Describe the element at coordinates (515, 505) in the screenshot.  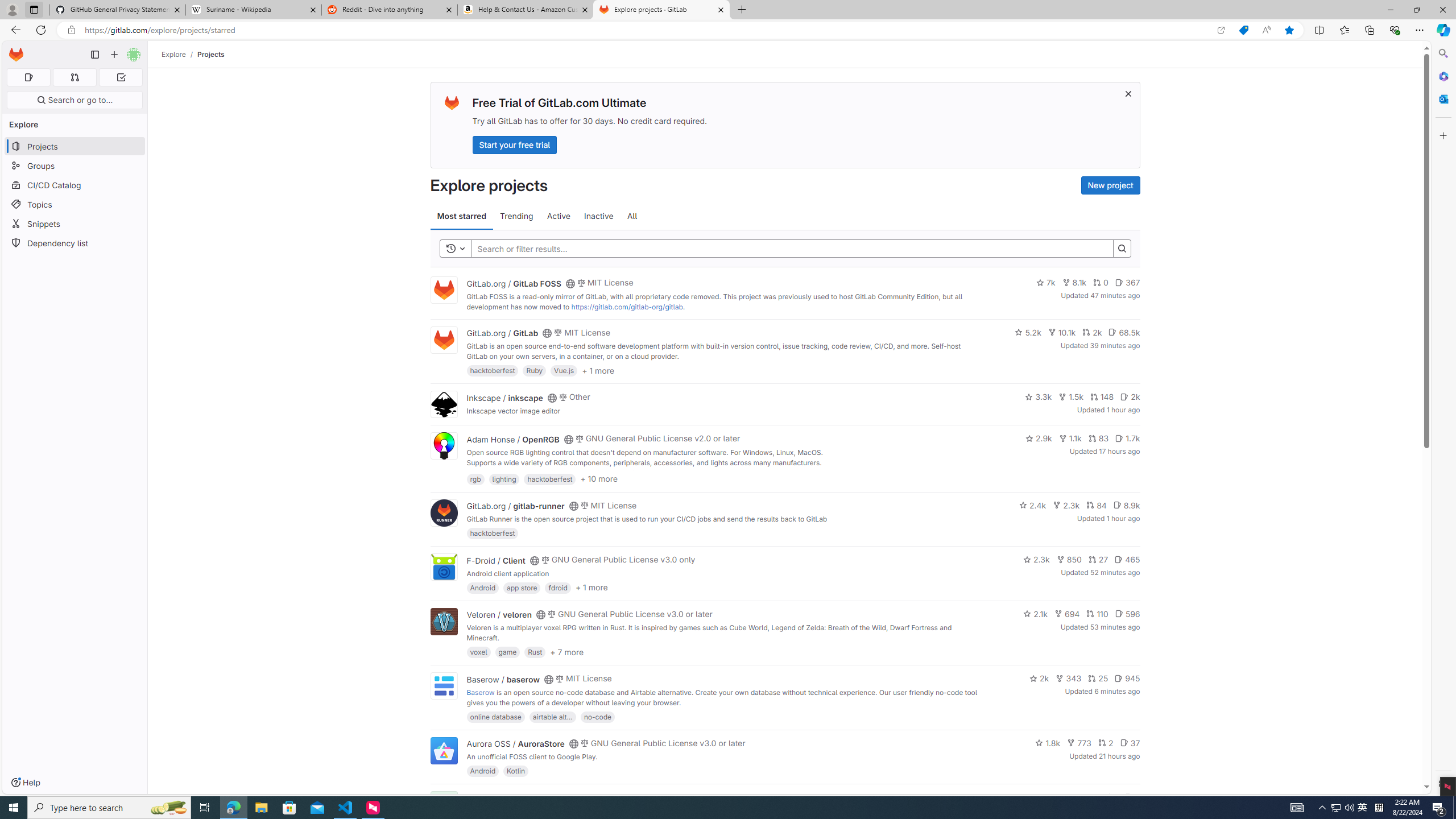
I see `'GitLab.org / gitlab-runner'` at that location.